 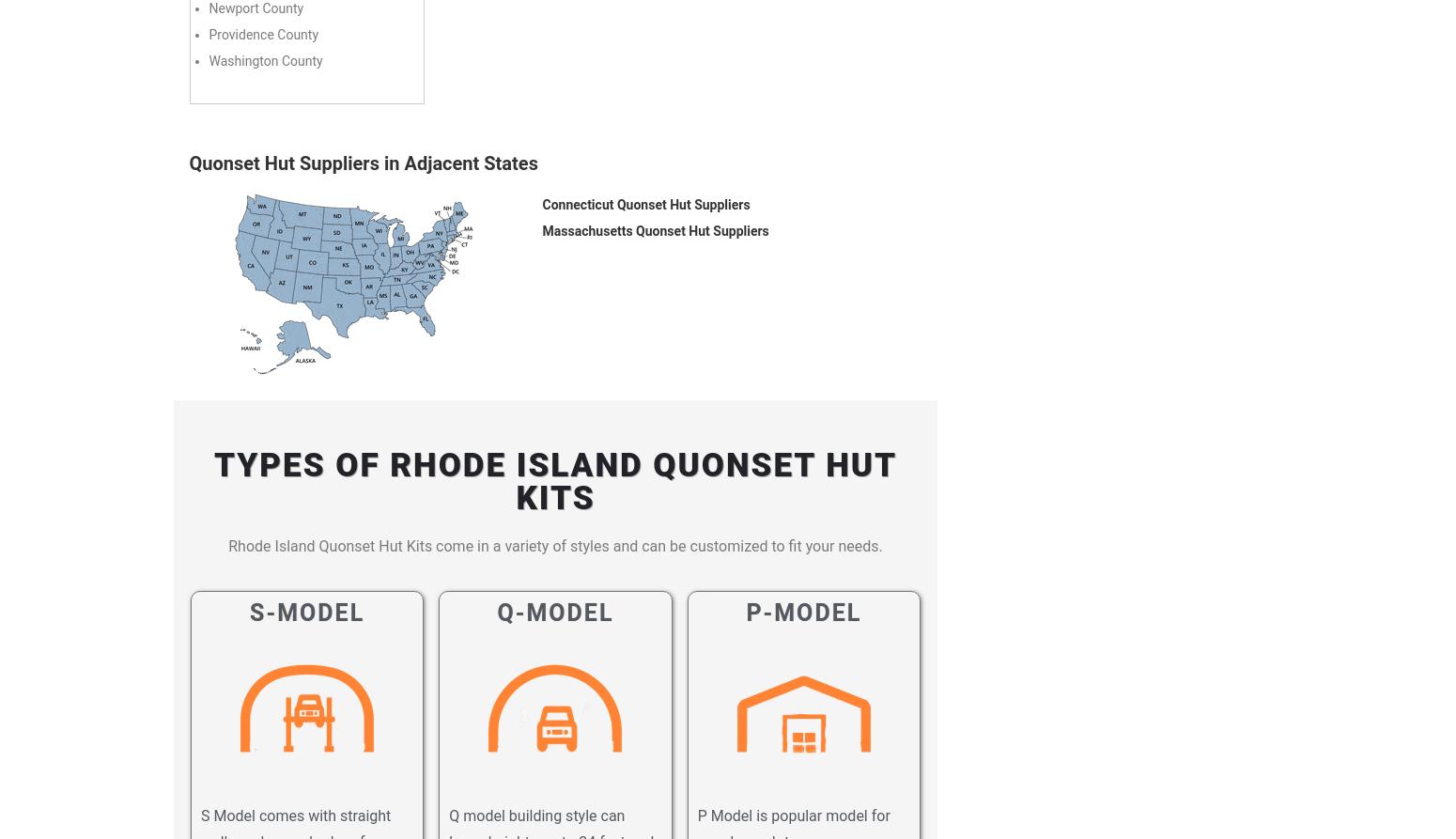 I want to click on 'Quonset Hut Suppliers in Adjacent States', so click(x=188, y=161).